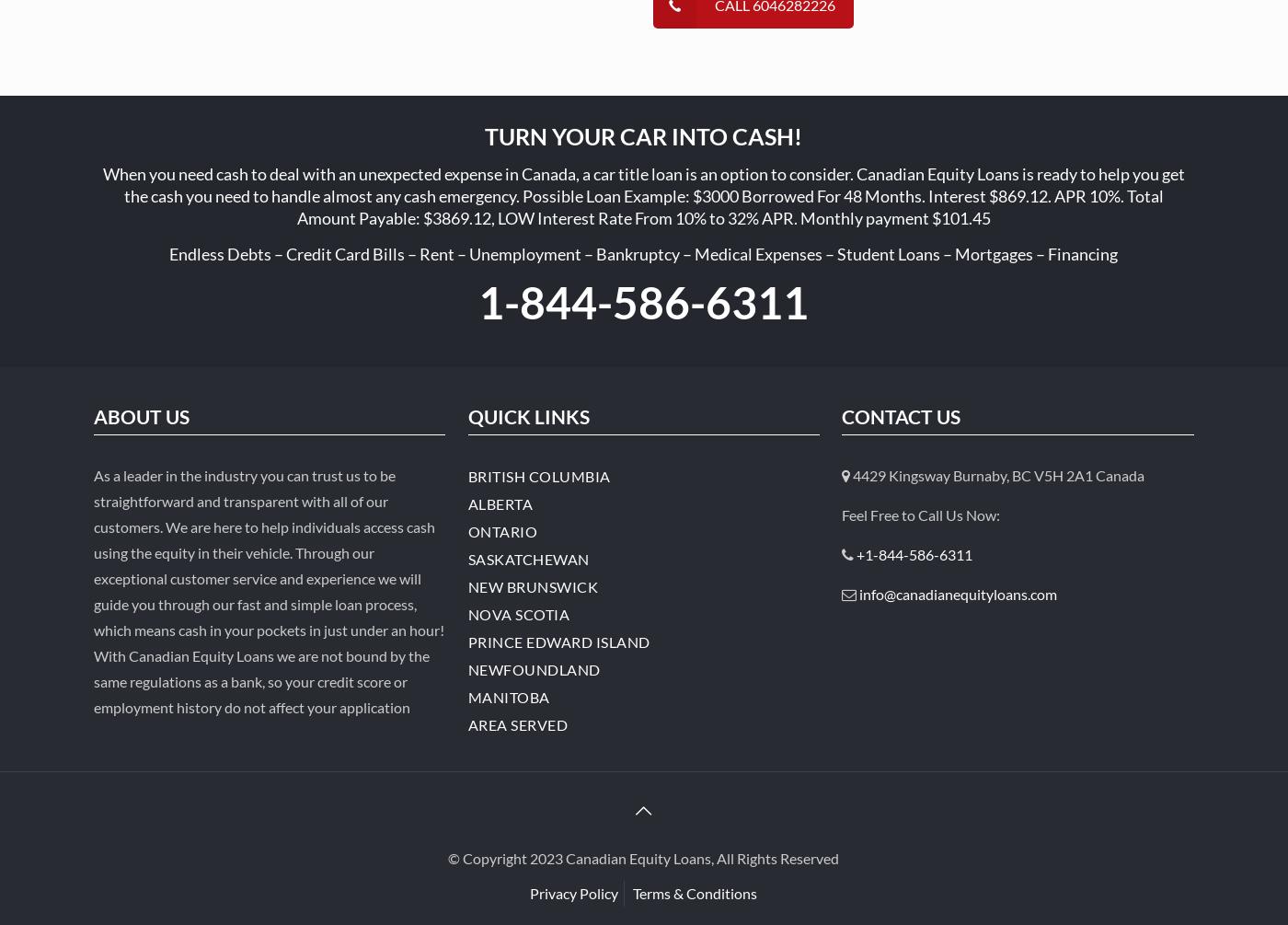  What do you see at coordinates (643, 253) in the screenshot?
I see `'Endless Debts – Credit Card Bills – Rent – Unemployment – Bankruptcy – Medical Expenses – Student Loans – Mortgages – Financing'` at bounding box center [643, 253].